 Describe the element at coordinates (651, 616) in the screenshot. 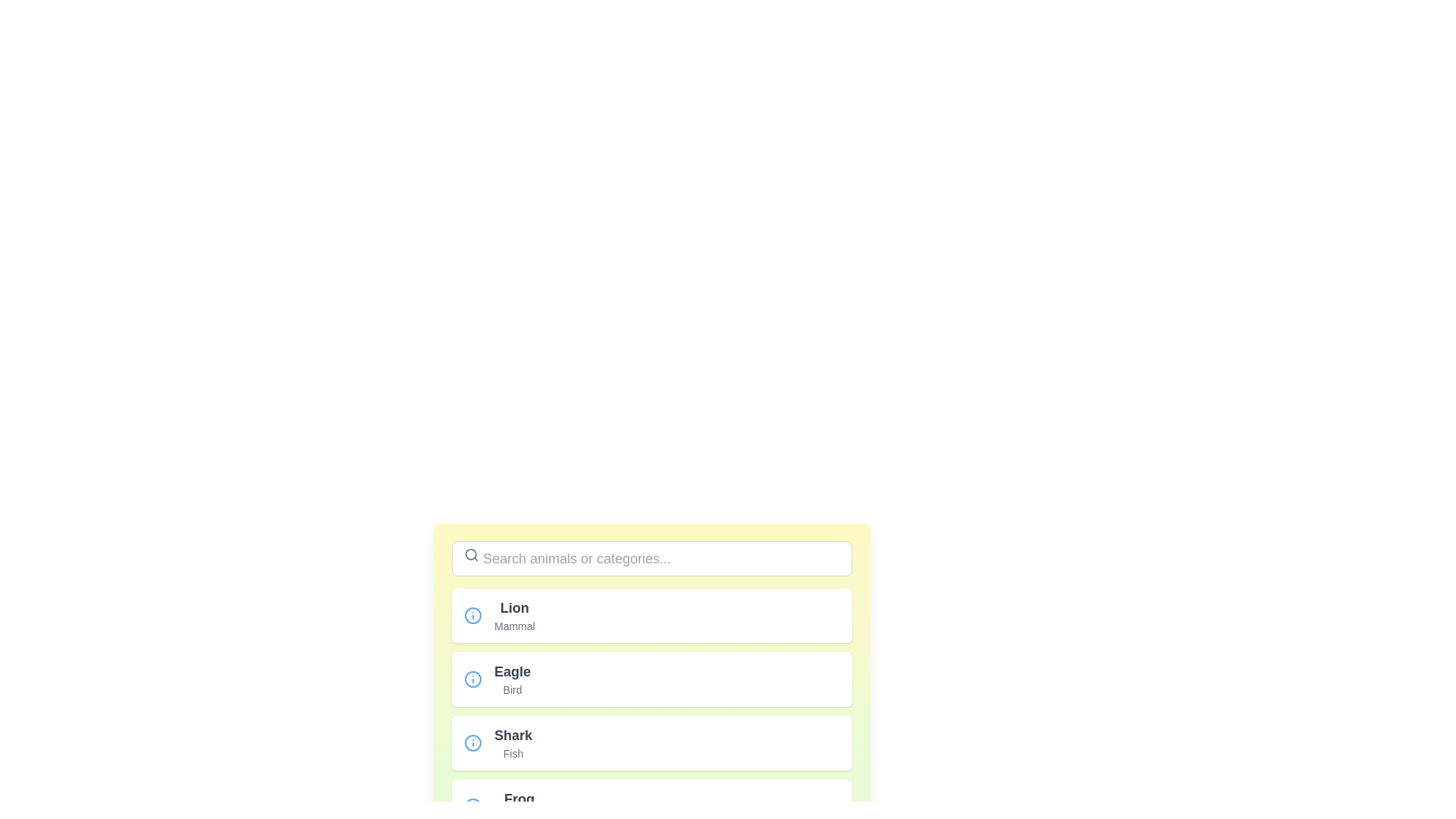

I see `the first list item labeled 'Lion - Mammal' located in the lower central part of the interface` at that location.